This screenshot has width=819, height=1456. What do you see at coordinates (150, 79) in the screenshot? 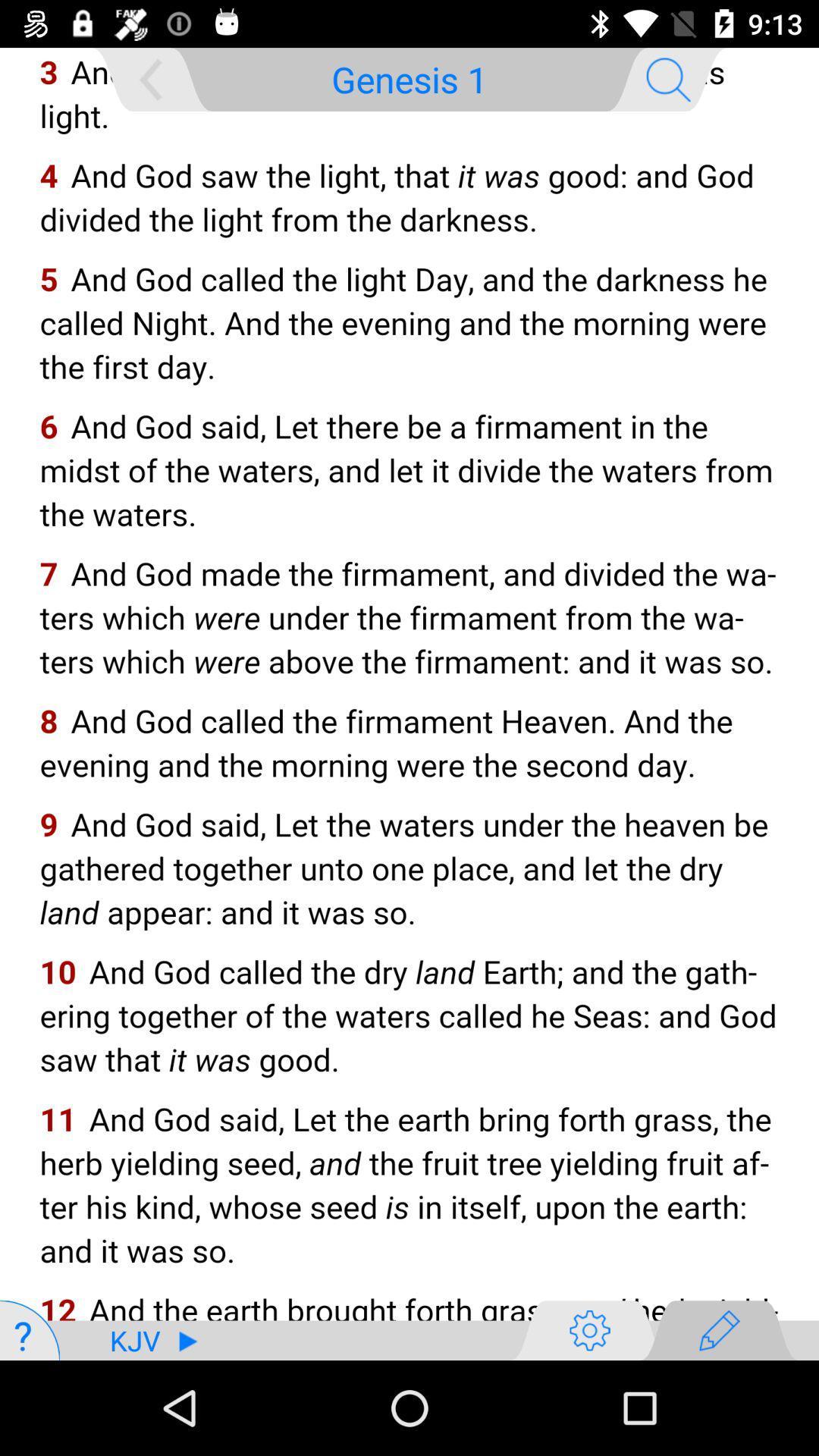
I see `the arrow_backward icon` at bounding box center [150, 79].